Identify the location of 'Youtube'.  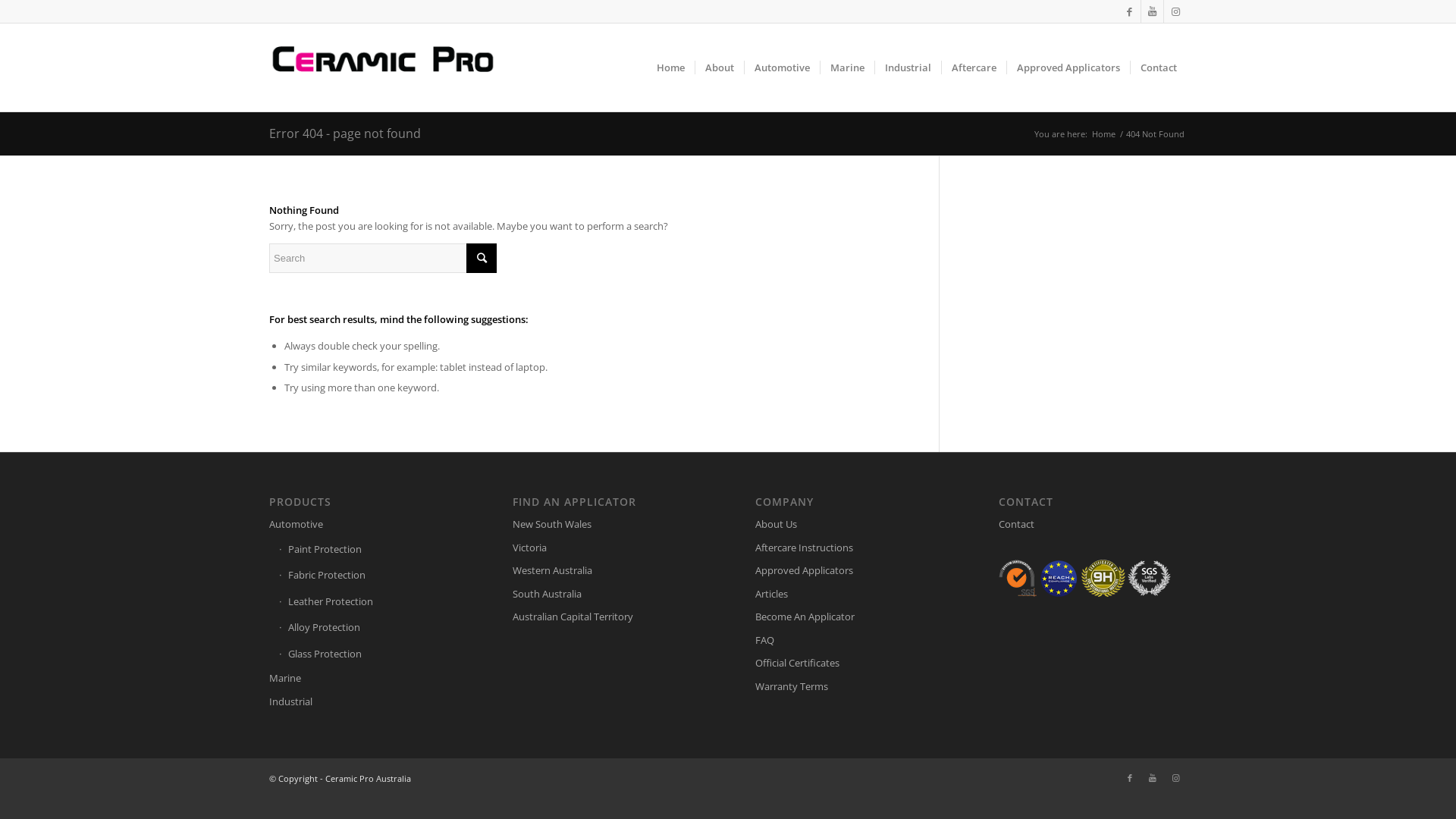
(1153, 778).